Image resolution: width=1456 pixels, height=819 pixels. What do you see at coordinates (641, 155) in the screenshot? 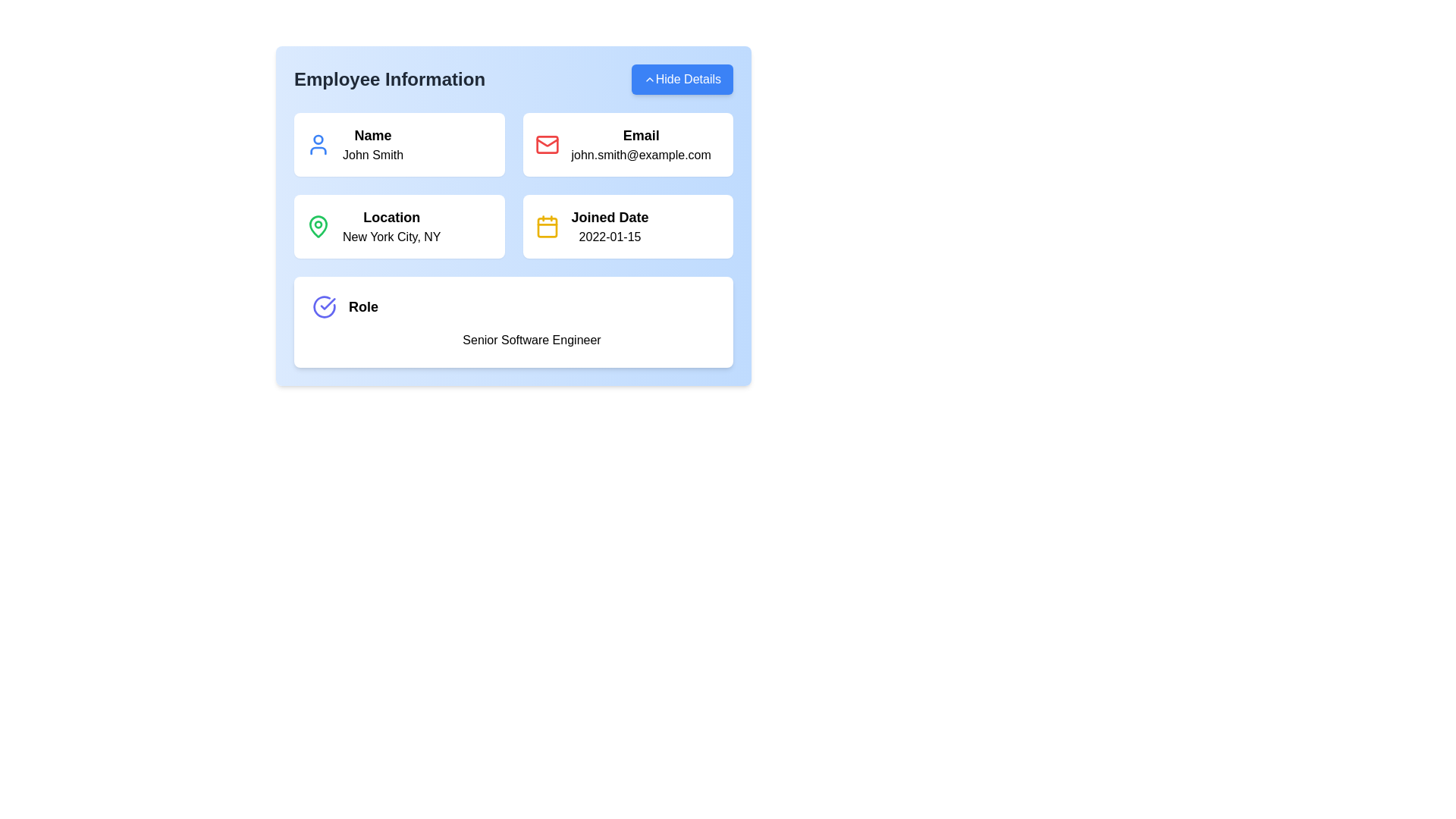
I see `the email address text label located in the second card of the Employee Information section, positioned below the 'Email' label and to the right of the red mail icon` at bounding box center [641, 155].